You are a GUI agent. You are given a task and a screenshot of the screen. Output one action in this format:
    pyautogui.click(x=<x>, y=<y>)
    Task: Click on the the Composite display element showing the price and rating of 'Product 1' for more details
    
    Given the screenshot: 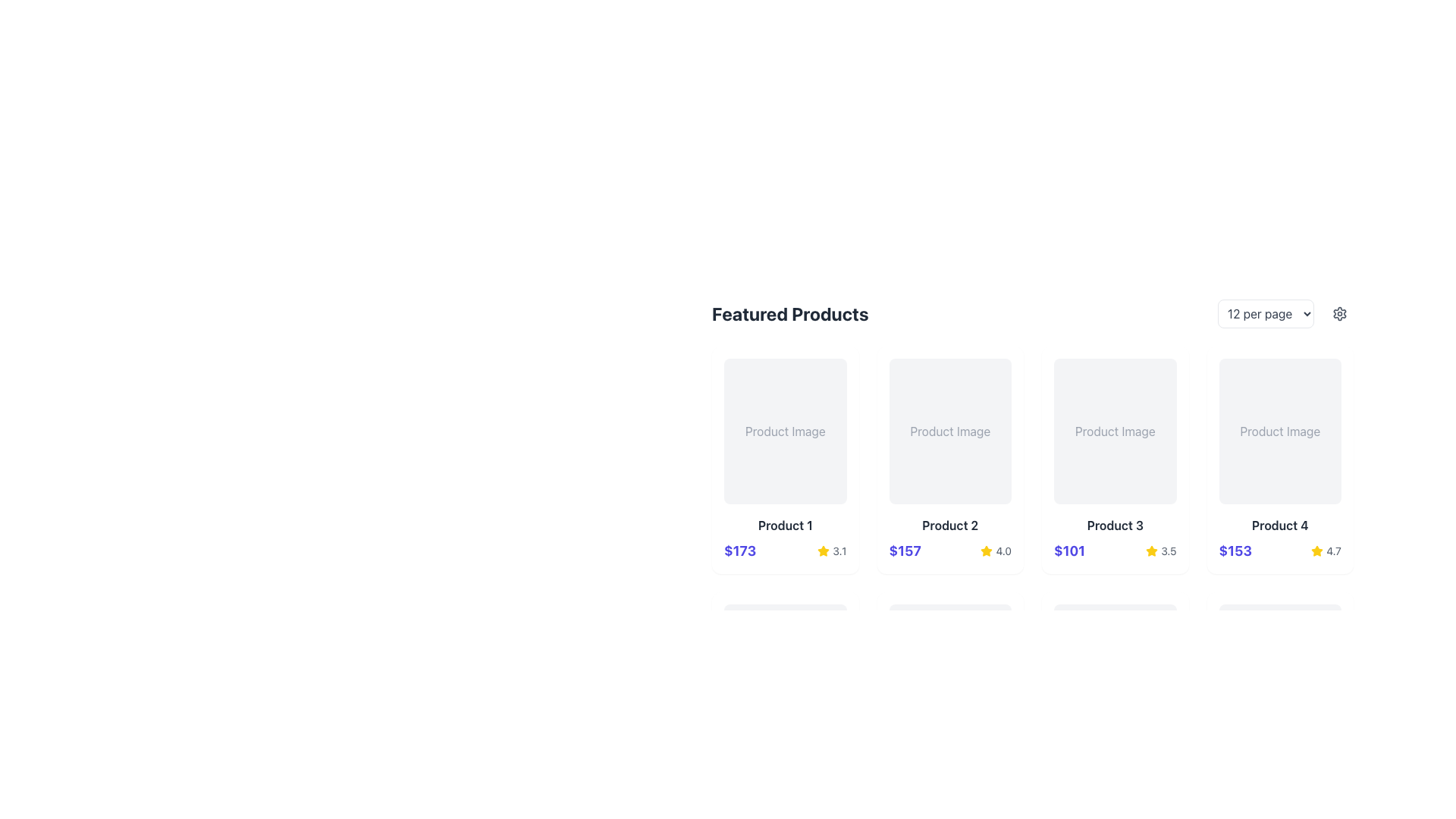 What is the action you would take?
    pyautogui.click(x=785, y=551)
    